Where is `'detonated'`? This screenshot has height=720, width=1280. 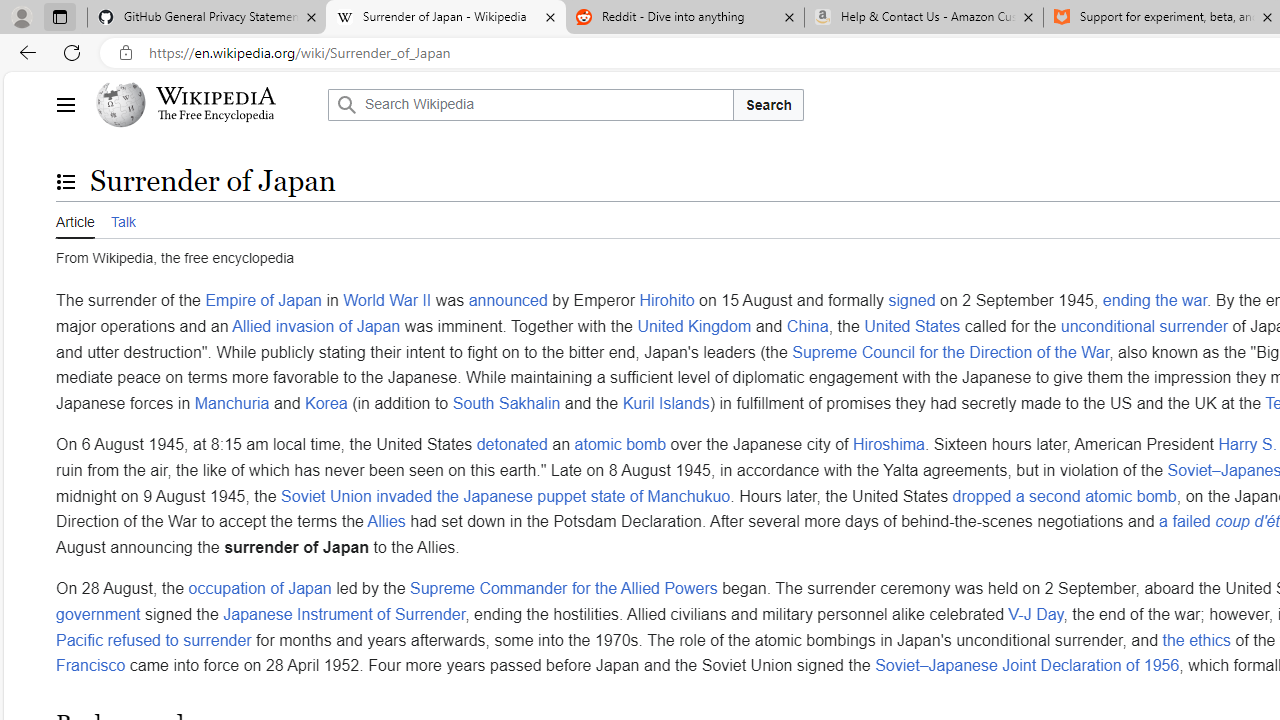 'detonated' is located at coordinates (512, 444).